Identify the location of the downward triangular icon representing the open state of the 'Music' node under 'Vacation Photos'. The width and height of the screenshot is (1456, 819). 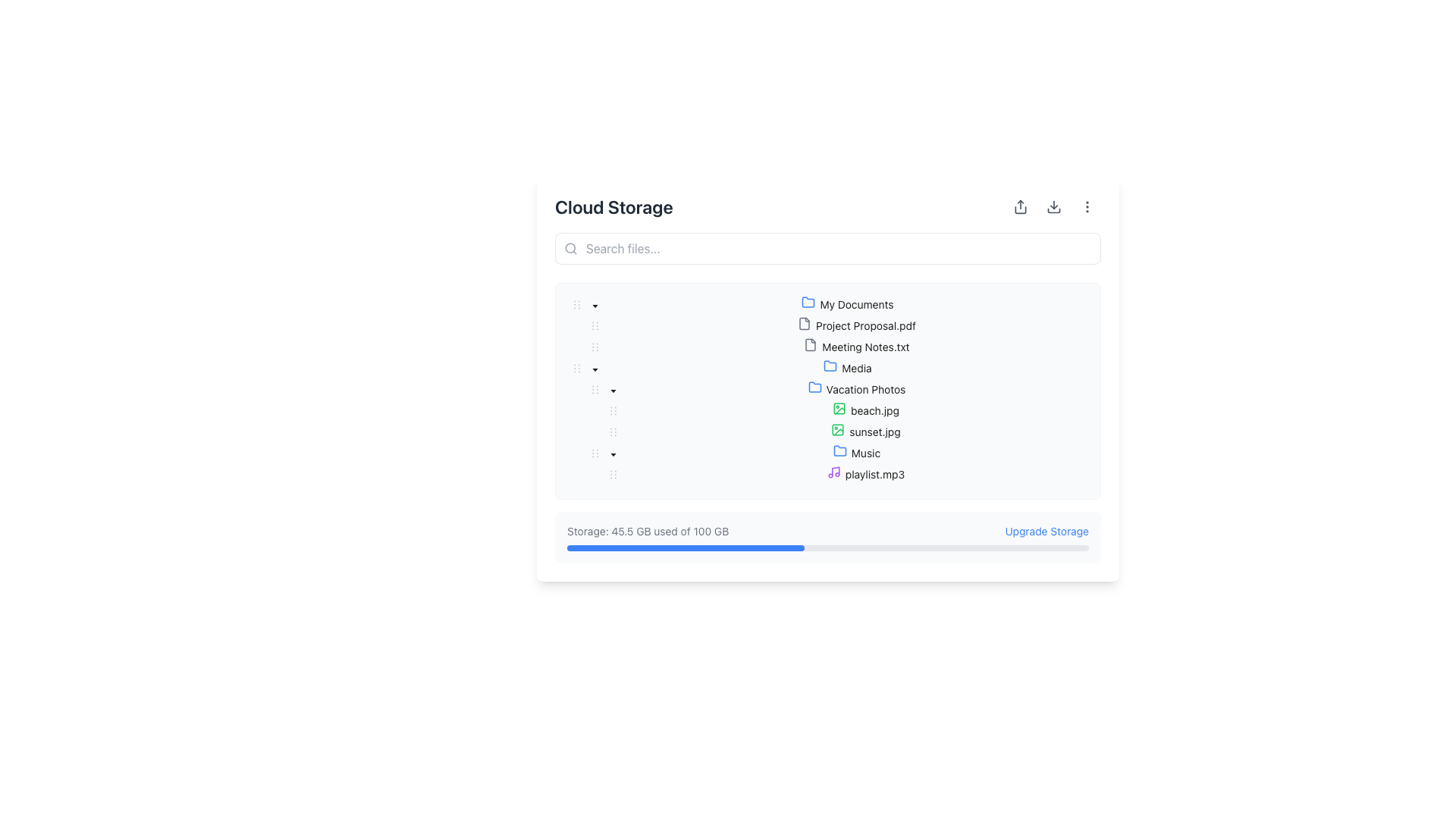
(613, 452).